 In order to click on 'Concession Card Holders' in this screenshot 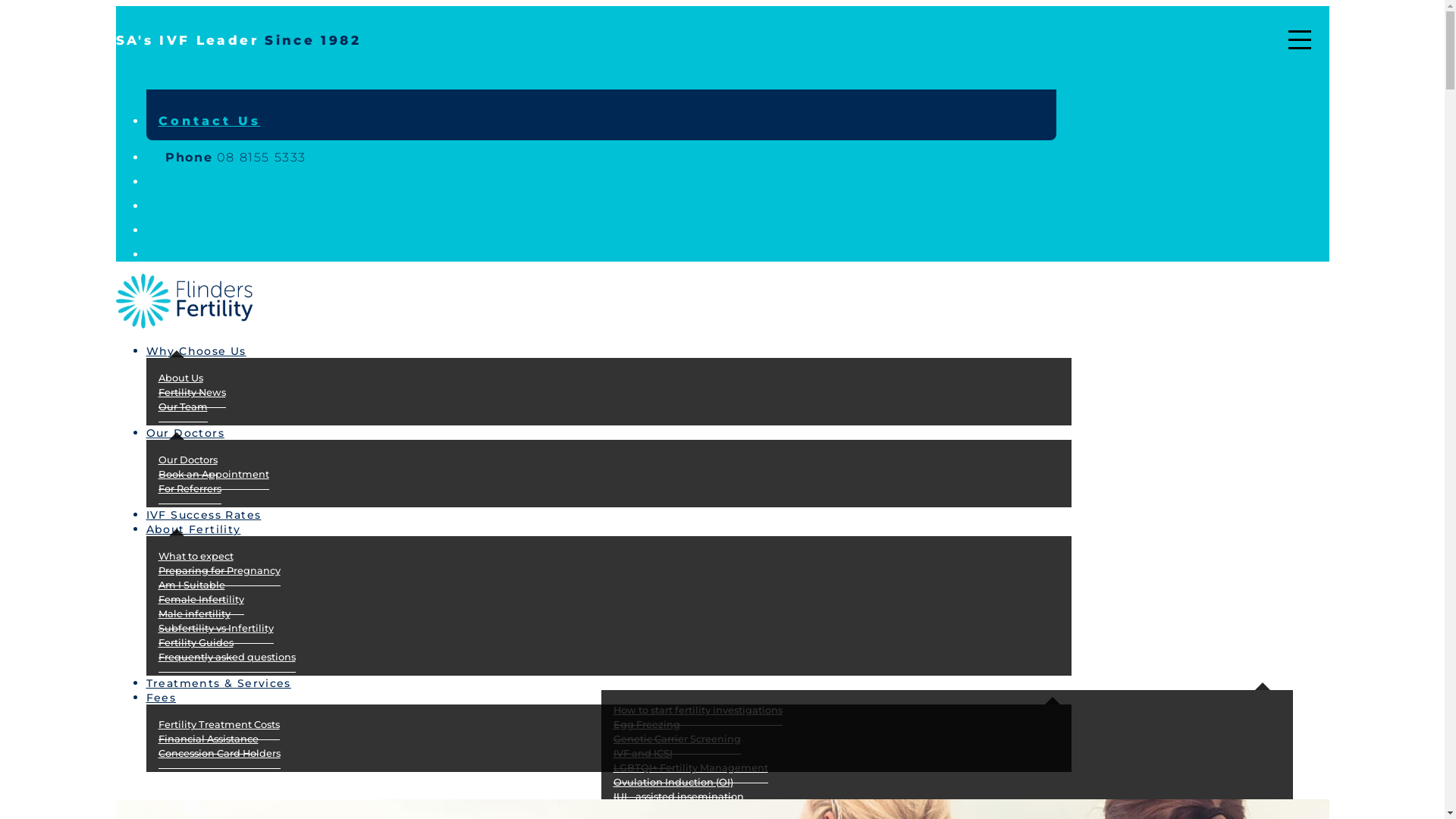, I will do `click(218, 754)`.